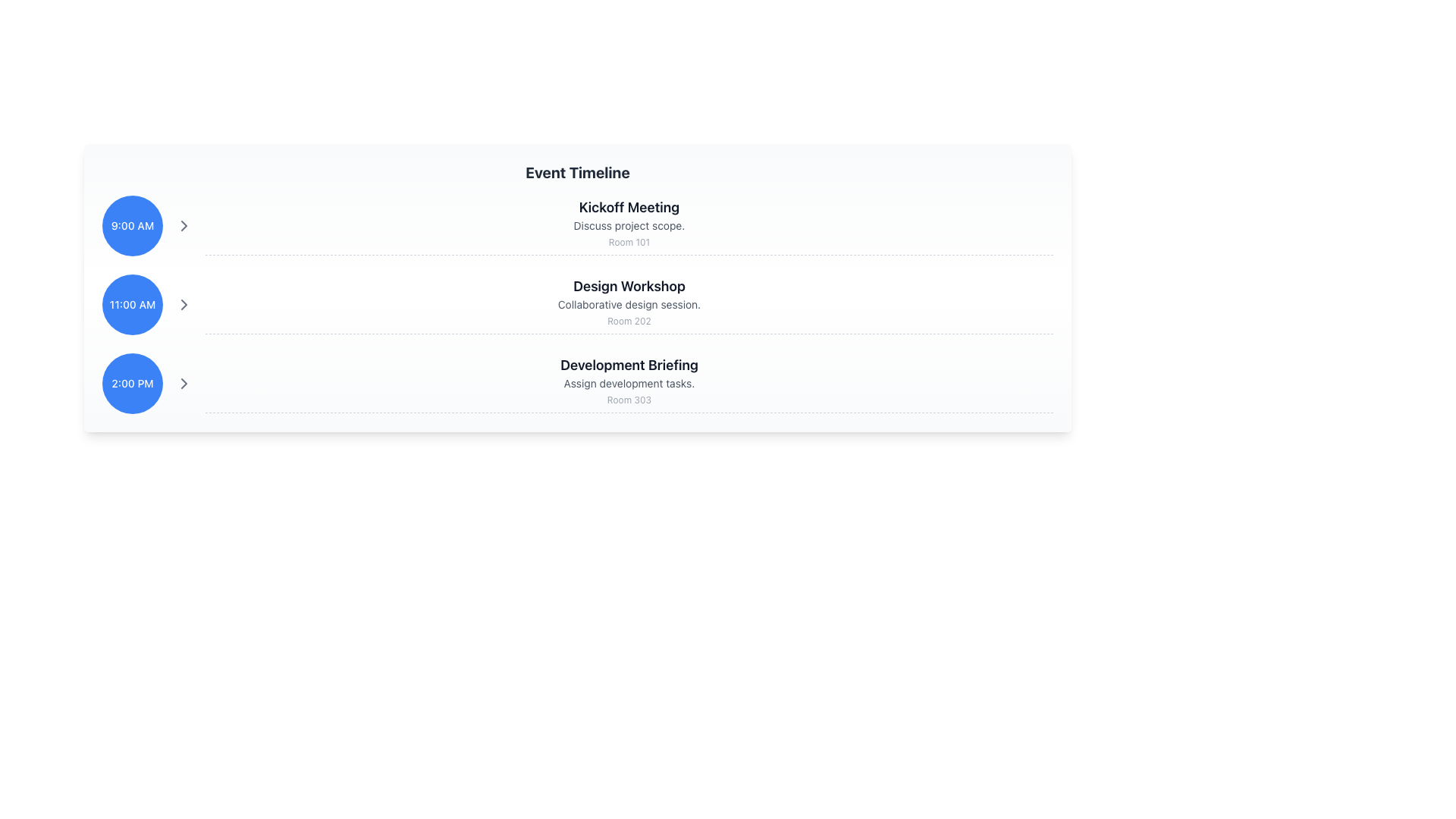 This screenshot has height=819, width=1456. What do you see at coordinates (184, 382) in the screenshot?
I see `the rightward chevron arrow icon associated with the '2:00 PM Development Briefing' event to indicate interactivity` at bounding box center [184, 382].